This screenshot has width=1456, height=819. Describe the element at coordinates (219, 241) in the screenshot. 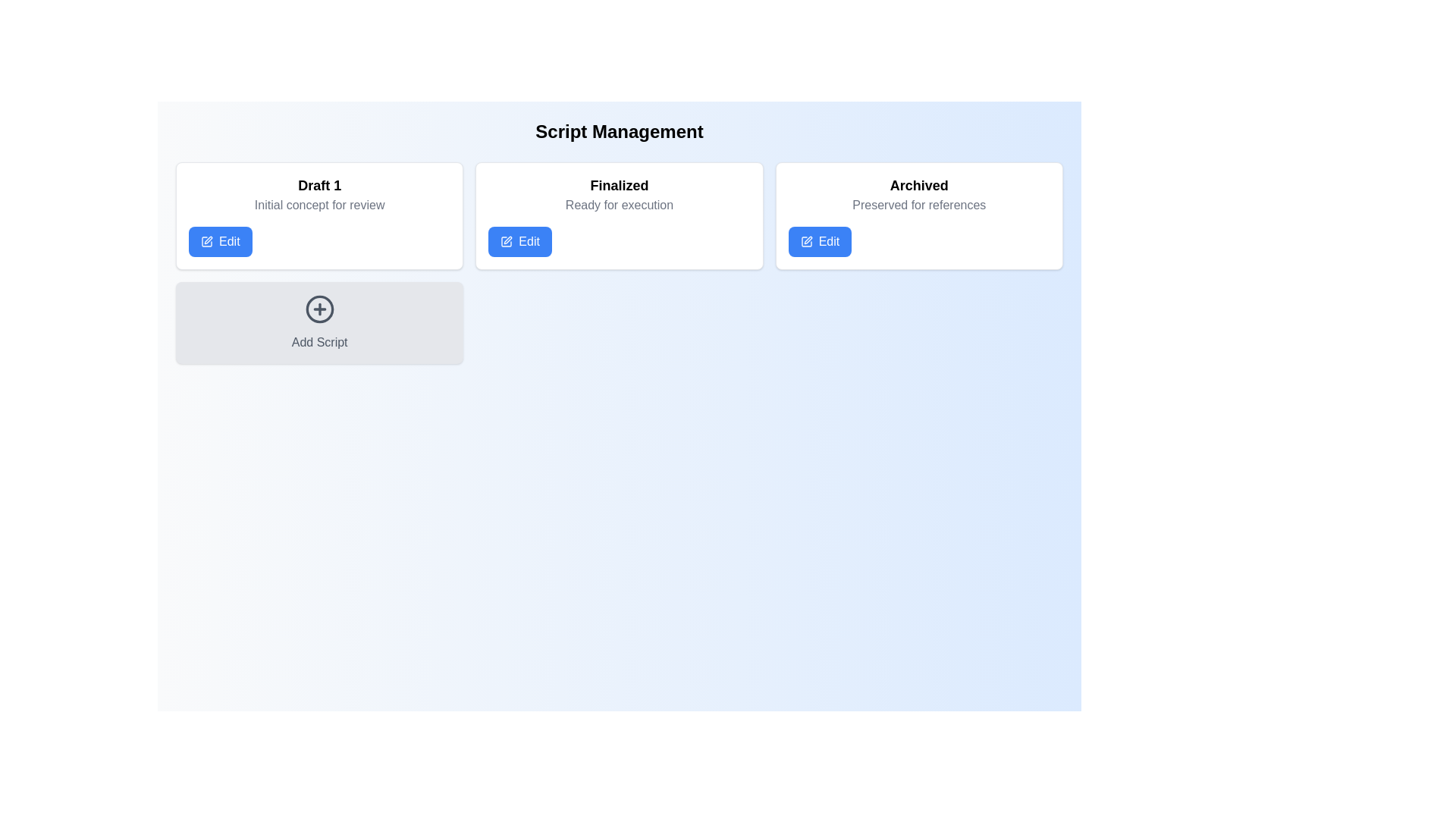

I see `the horizontally oriented blue button with a white pen icon and the text 'Edit' on the right, located at the bottom-left corner of the 'Draft 1' card` at that location.